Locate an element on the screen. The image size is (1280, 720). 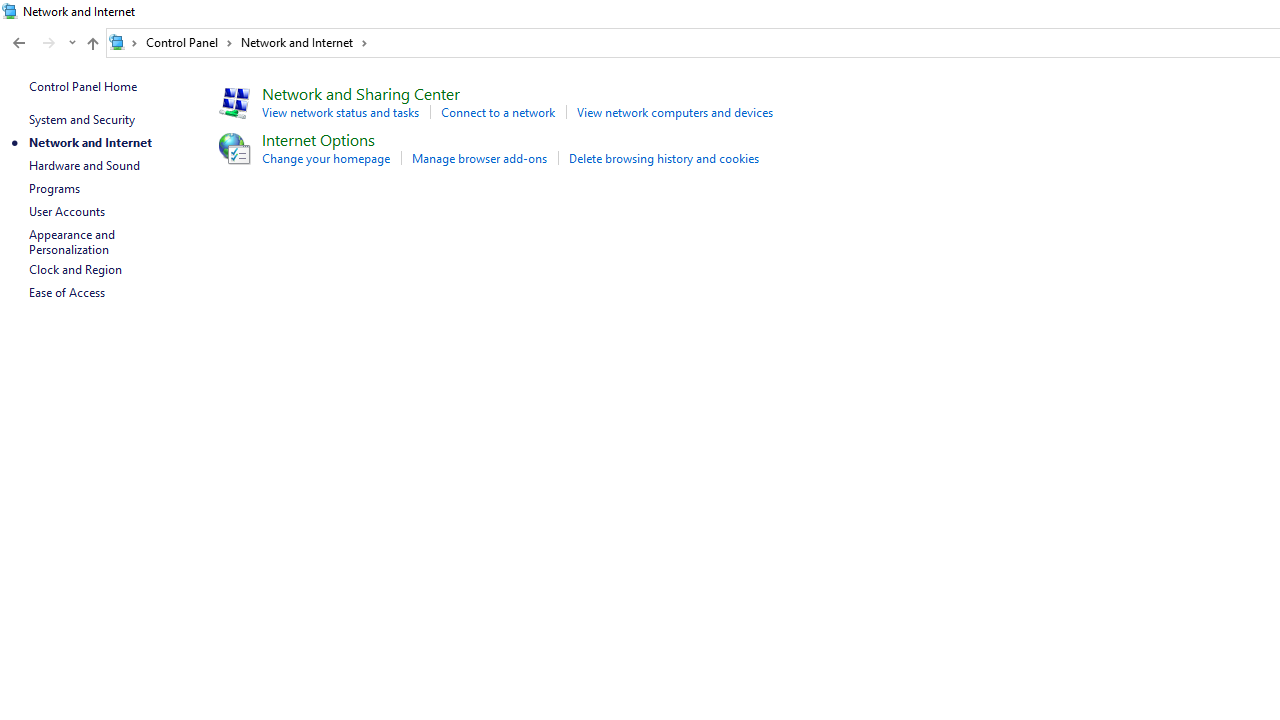
'Control Panel Home' is located at coordinates (82, 85).